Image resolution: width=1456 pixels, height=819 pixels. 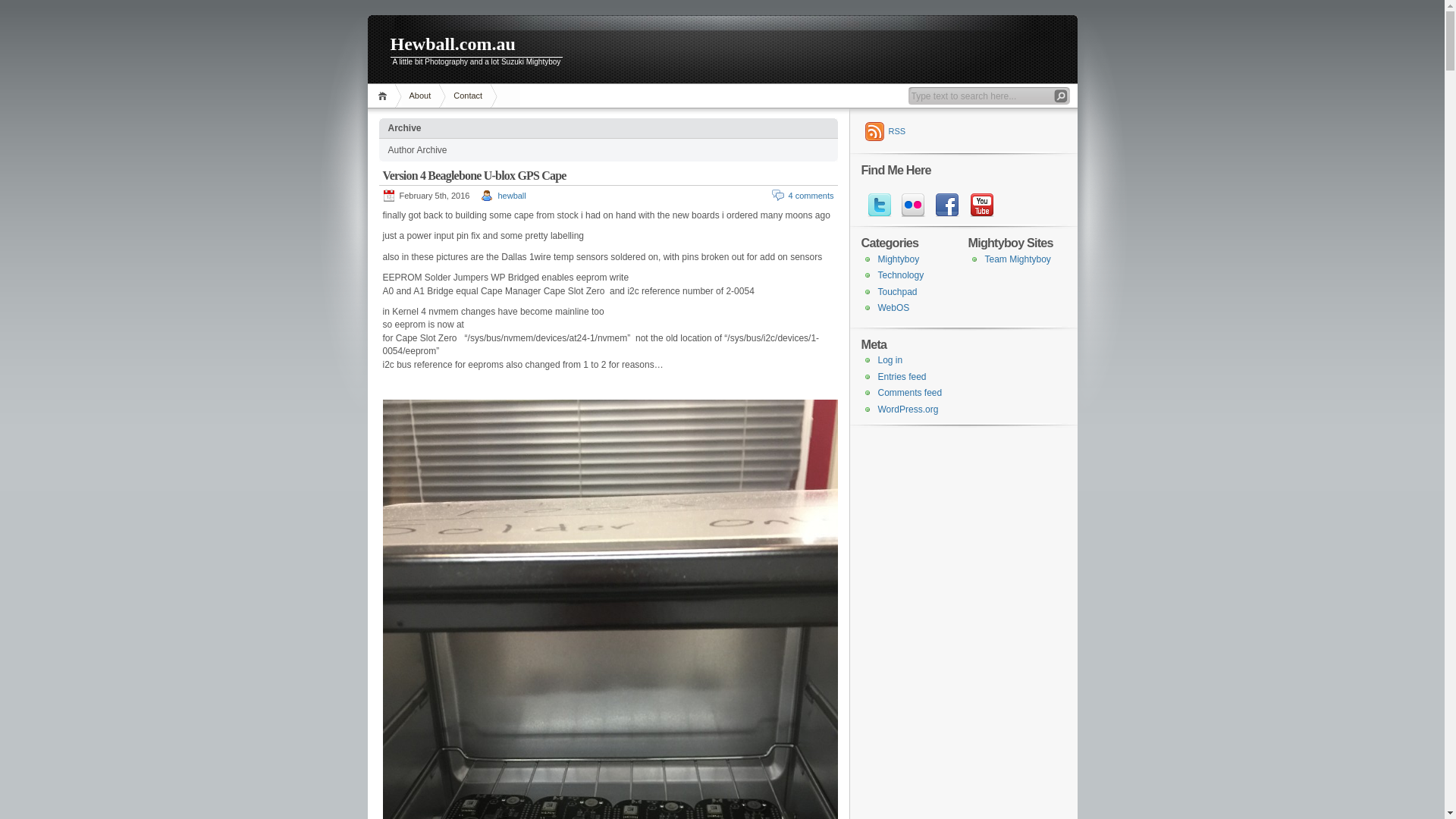 I want to click on 'About', so click(x=420, y=96).